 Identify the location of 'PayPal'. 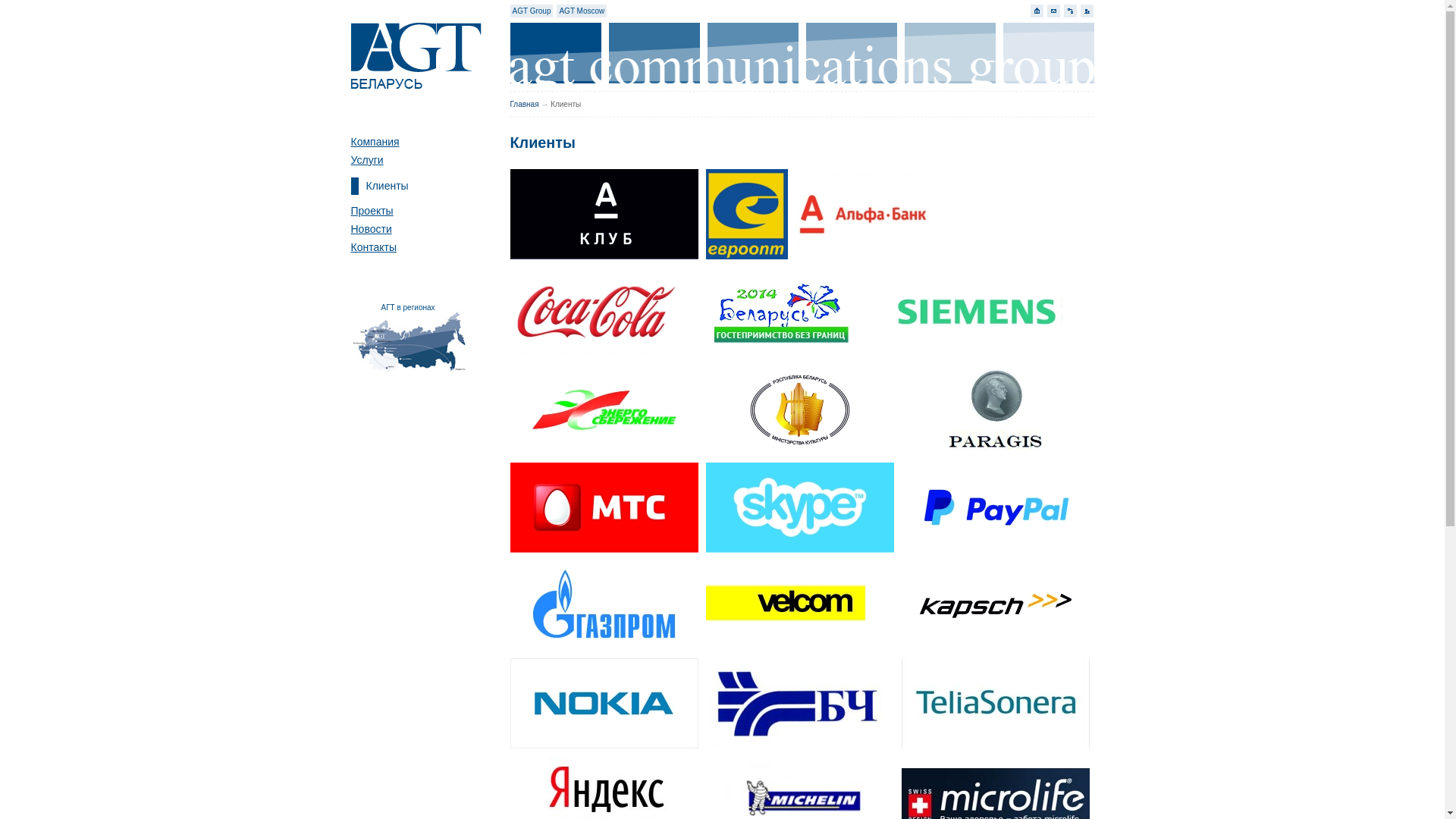
(994, 507).